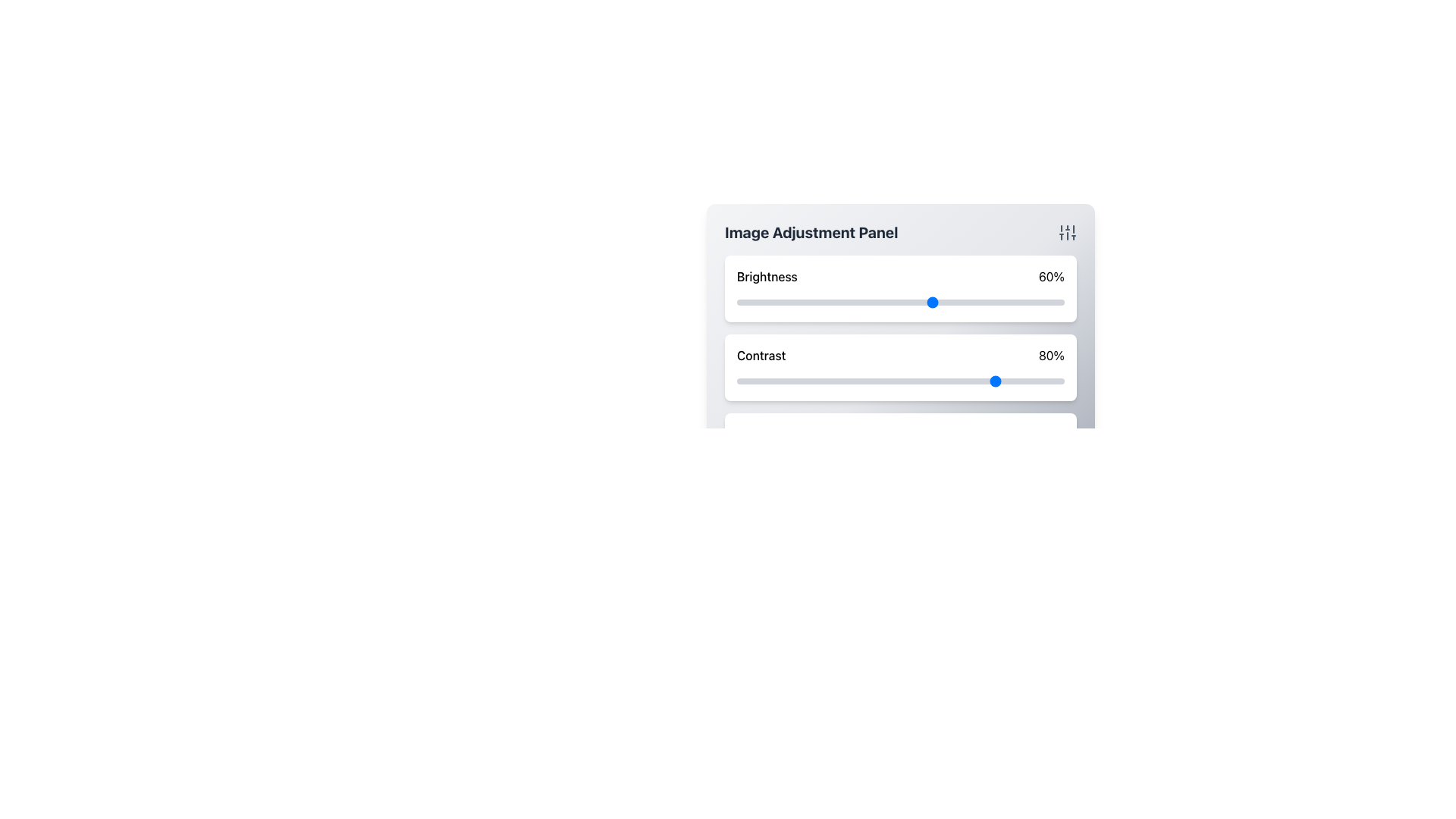 This screenshot has width=1456, height=819. What do you see at coordinates (811, 233) in the screenshot?
I see `the header label indicating the functionality of the panel for adjusting image properties, located above the 'Brightness' and 'Contrast' sliders` at bounding box center [811, 233].